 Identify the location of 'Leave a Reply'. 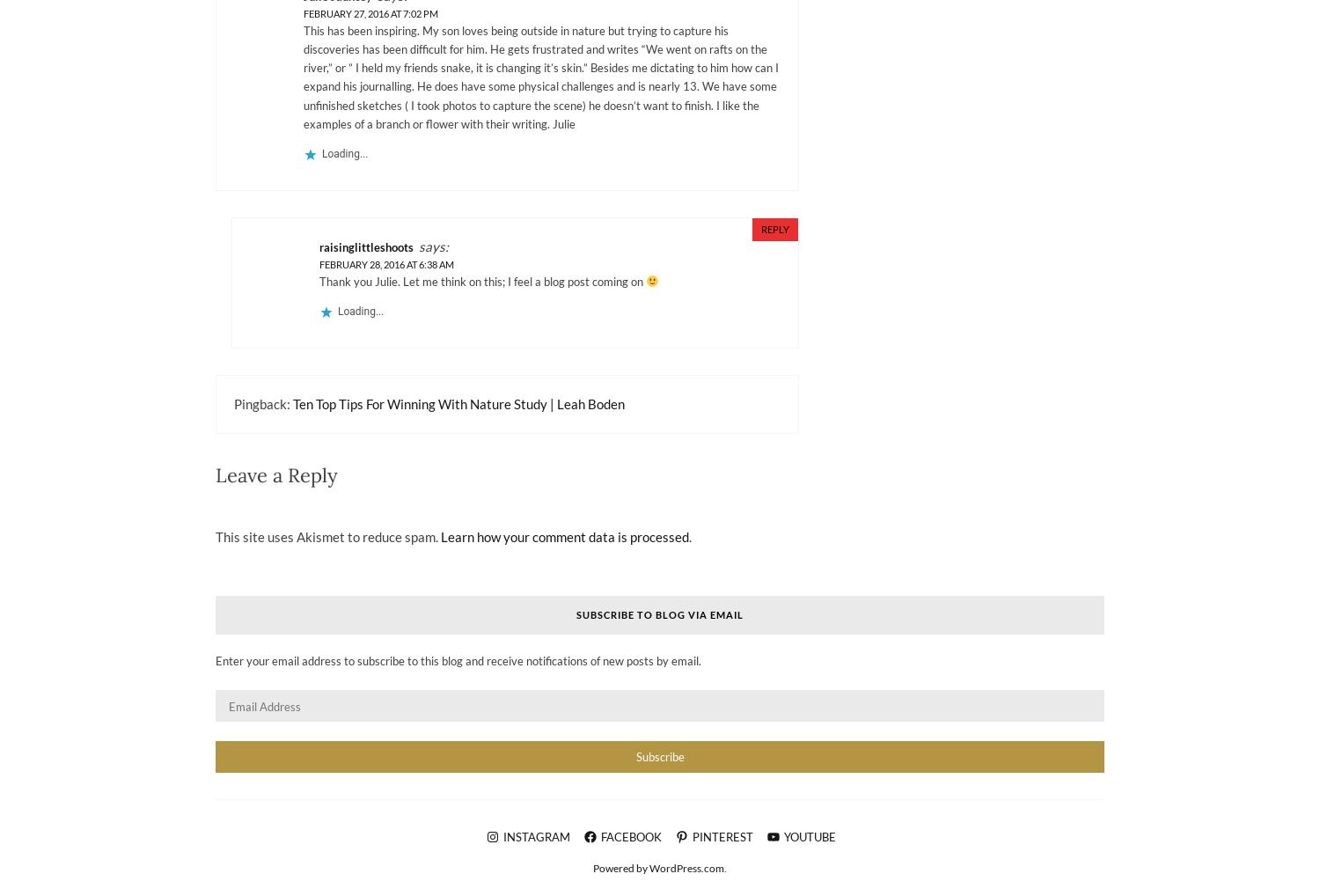
(214, 474).